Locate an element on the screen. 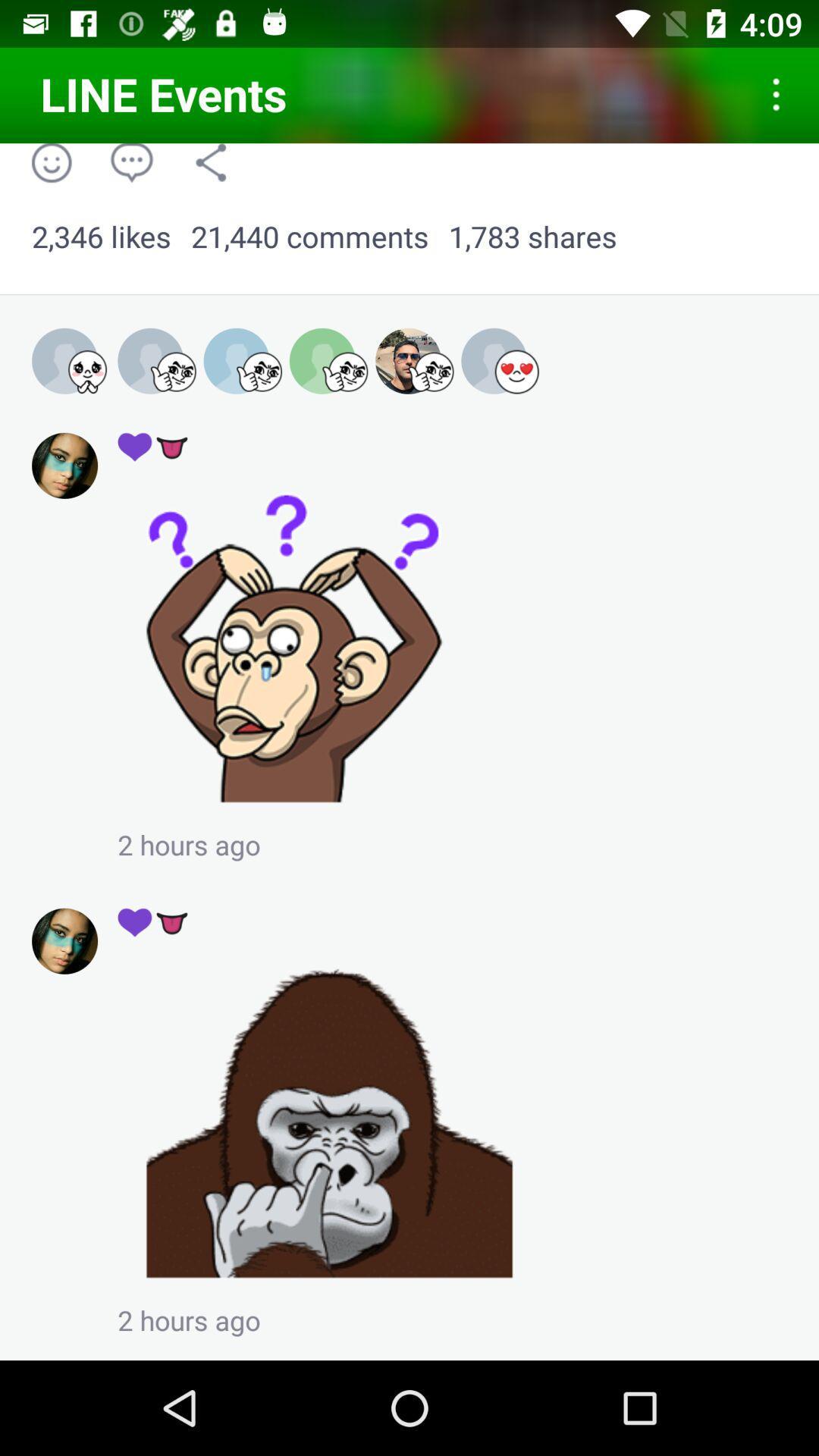  app next to 21,440 comments icon is located at coordinates (101, 237).